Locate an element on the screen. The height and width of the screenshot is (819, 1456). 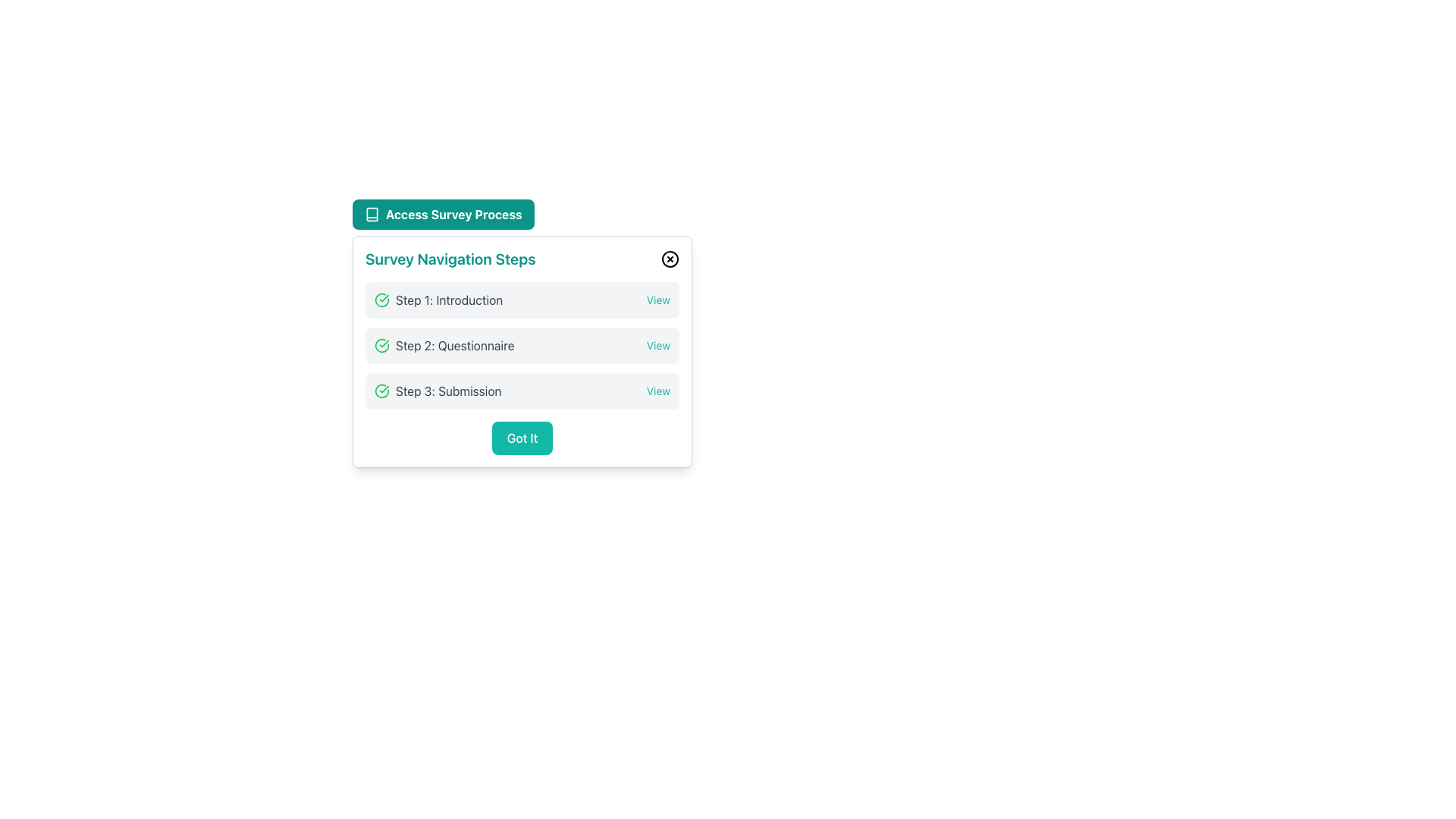
text label indicating the first step in the survey navigation process, which is positioned to the right of a green checkmark icon within the 'Survey Navigation Steps' section of a modal window is located at coordinates (448, 300).